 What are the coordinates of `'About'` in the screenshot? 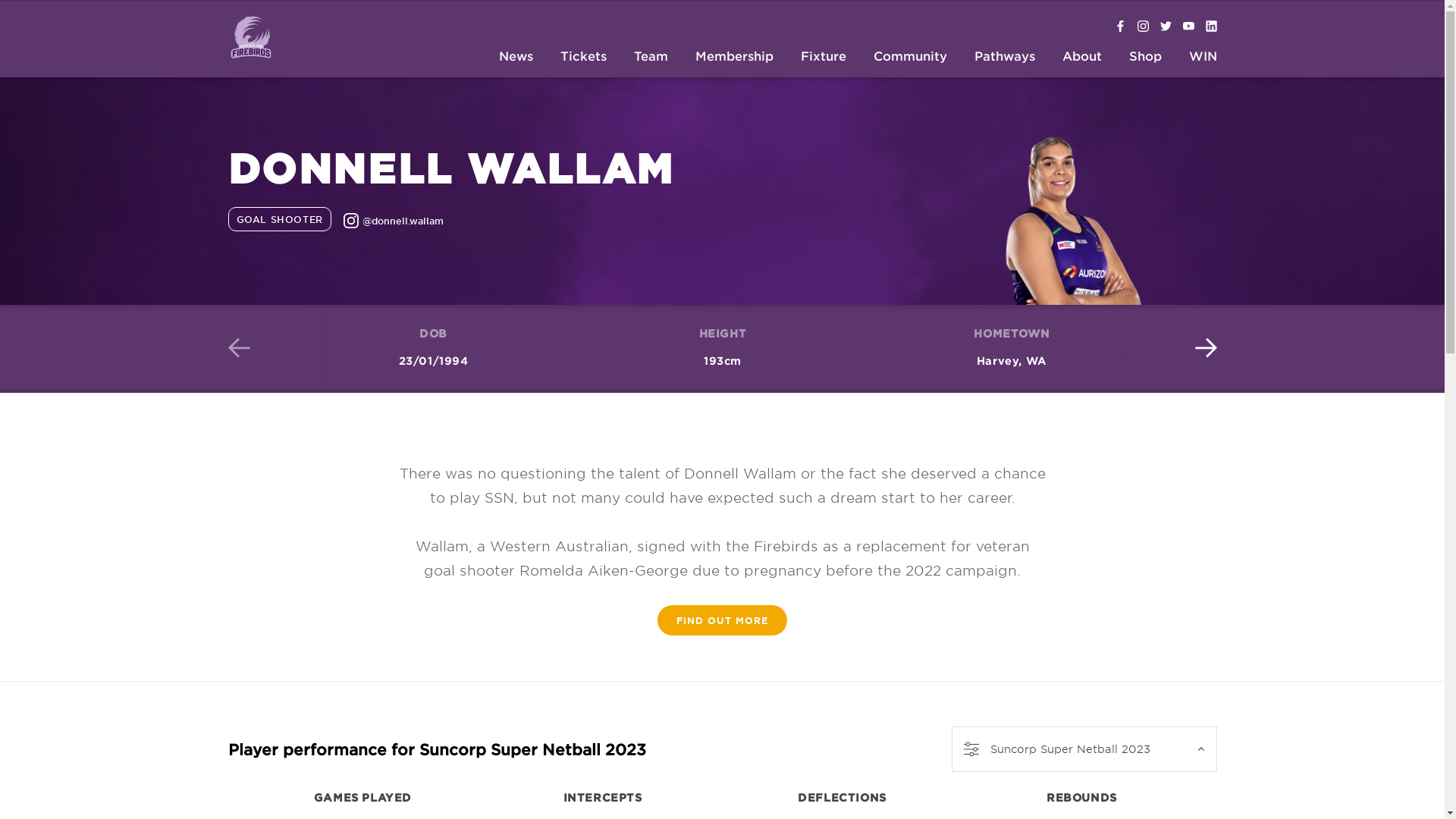 It's located at (1081, 57).